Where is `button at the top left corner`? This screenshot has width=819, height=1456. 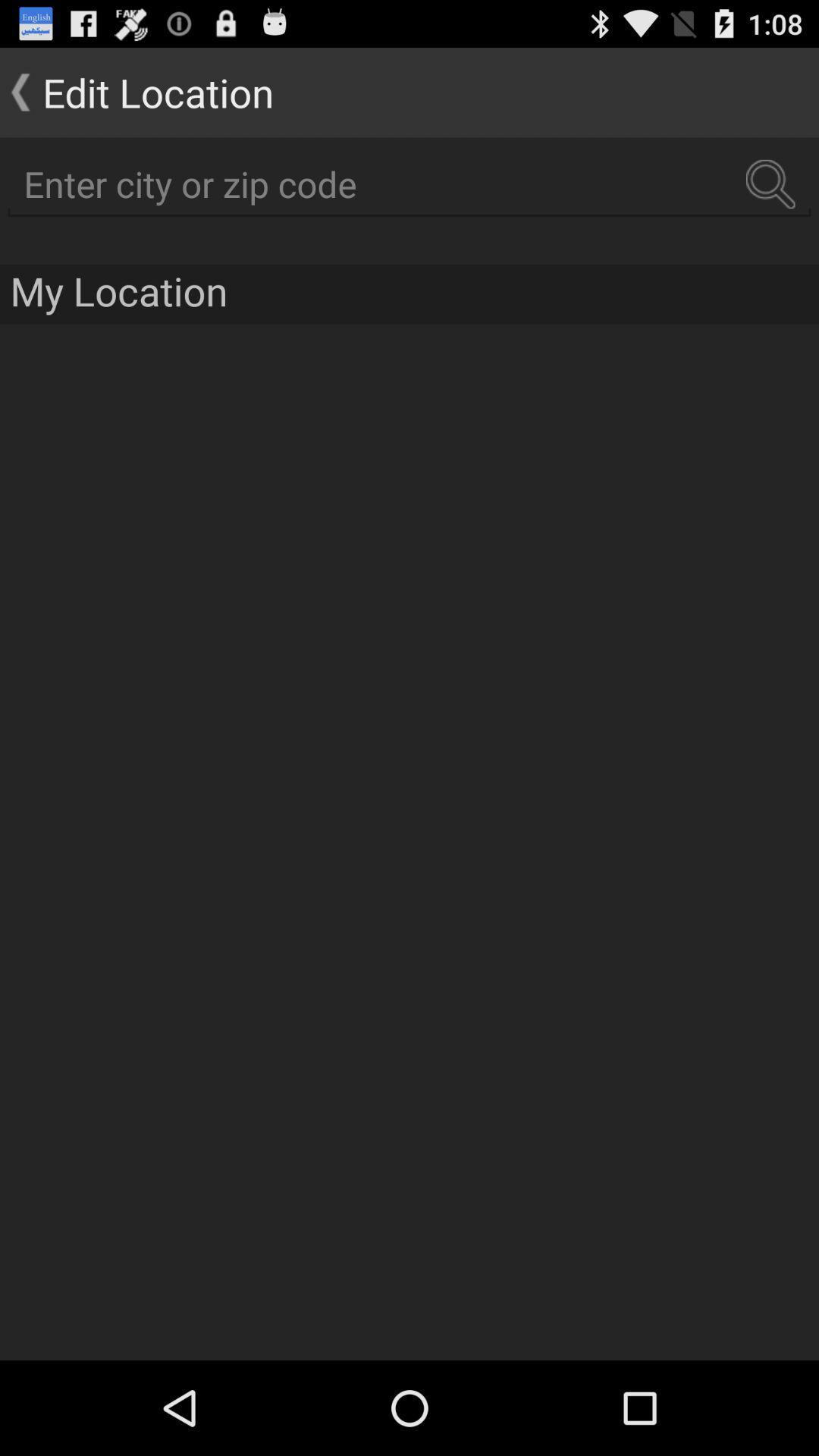
button at the top left corner is located at coordinates (136, 91).